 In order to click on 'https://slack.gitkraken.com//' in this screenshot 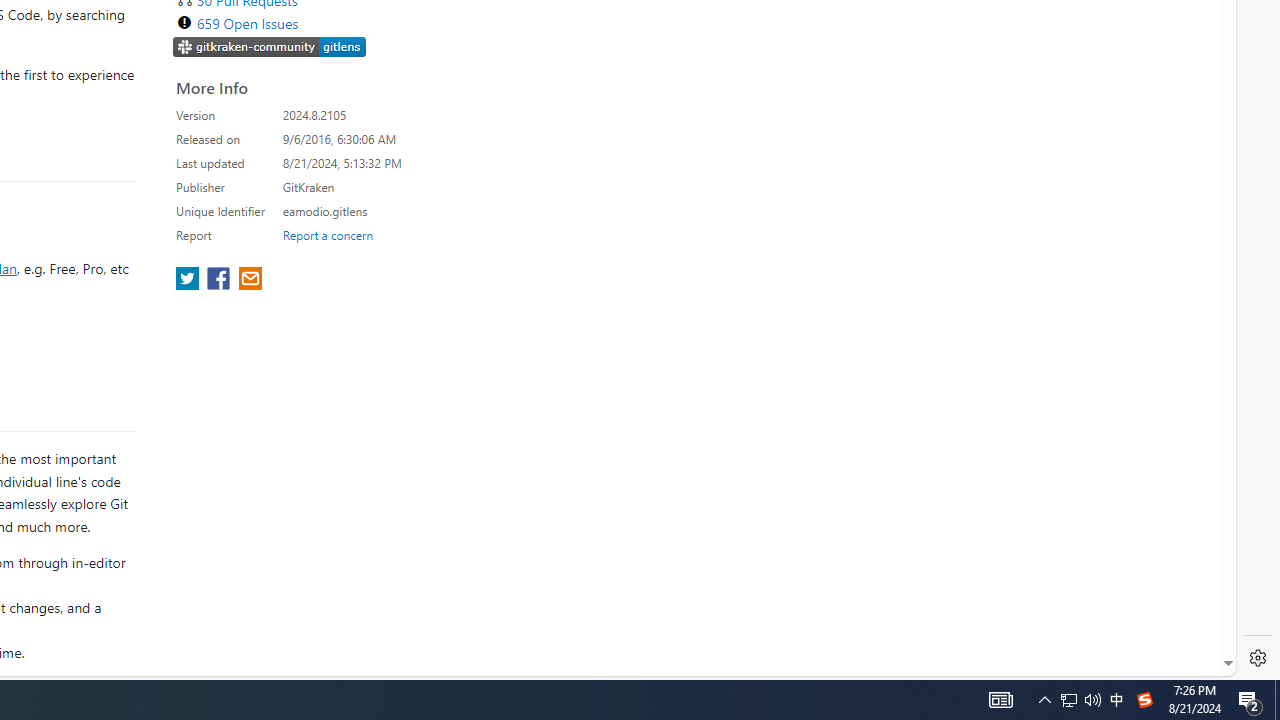, I will do `click(269, 47)`.